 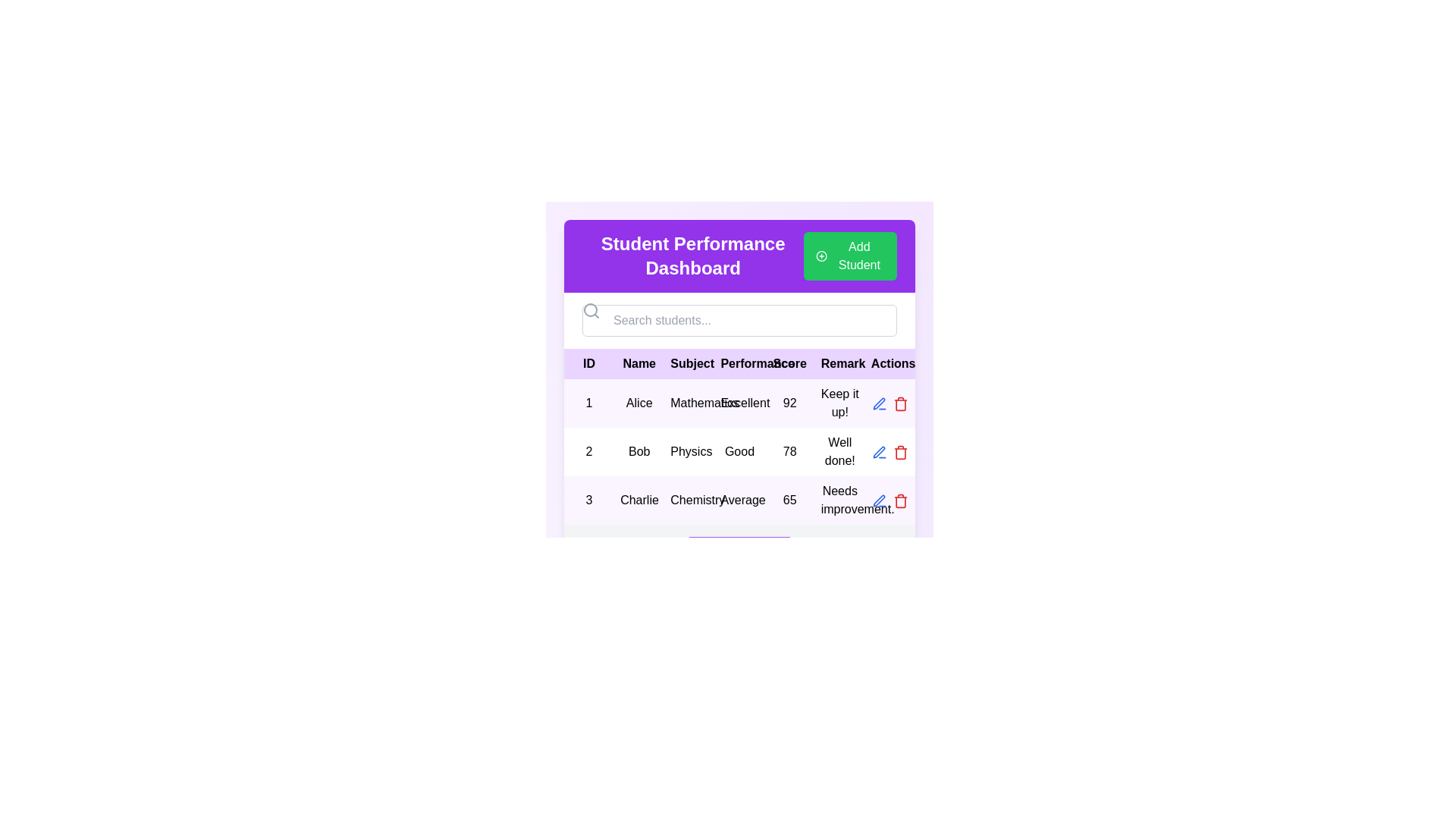 What do you see at coordinates (900, 403) in the screenshot?
I see `the red-colored trash can icon button located` at bounding box center [900, 403].